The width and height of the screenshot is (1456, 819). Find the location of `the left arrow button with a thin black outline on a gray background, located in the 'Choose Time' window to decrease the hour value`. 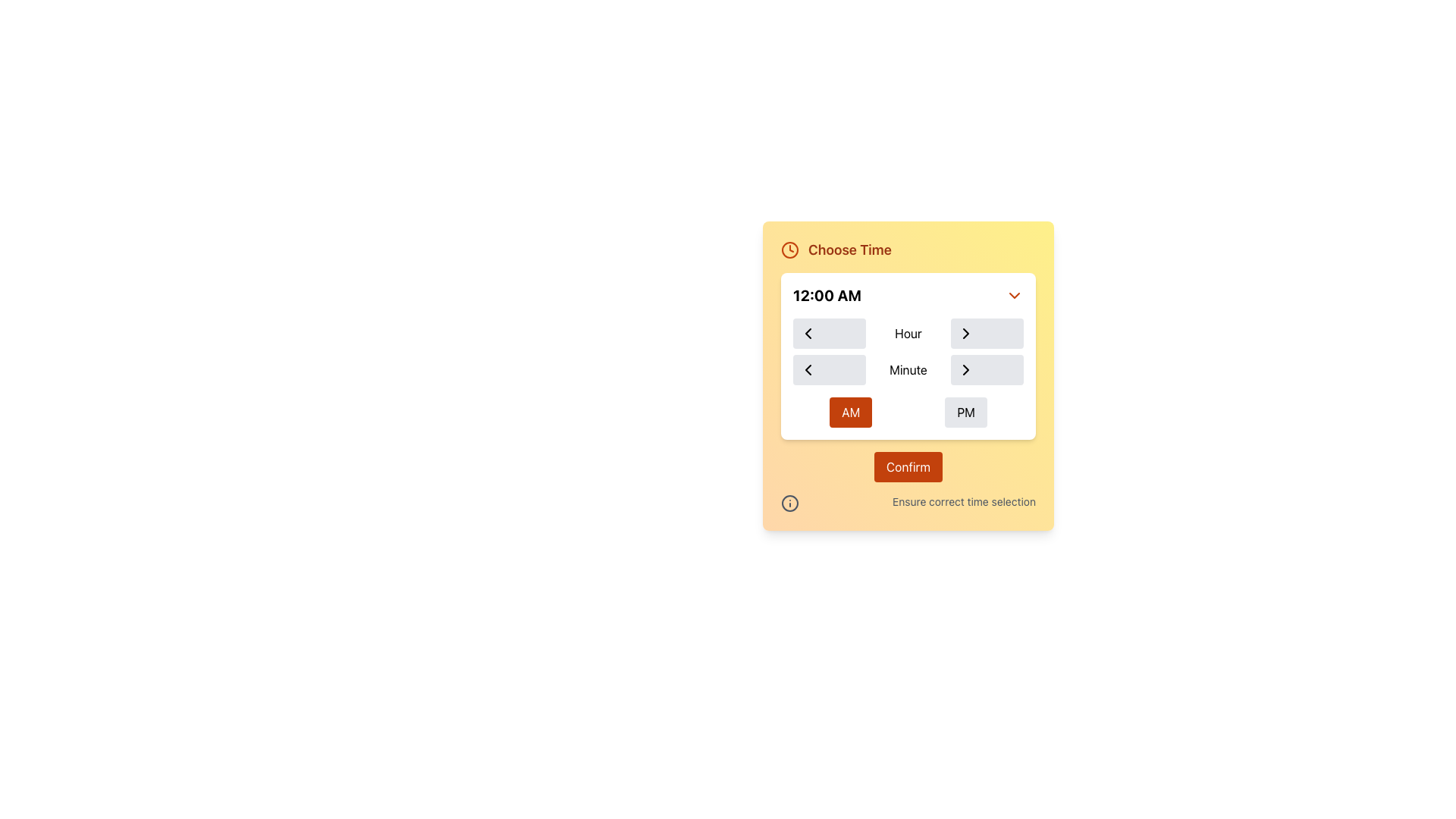

the left arrow button with a thin black outline on a gray background, located in the 'Choose Time' window to decrease the hour value is located at coordinates (807, 332).